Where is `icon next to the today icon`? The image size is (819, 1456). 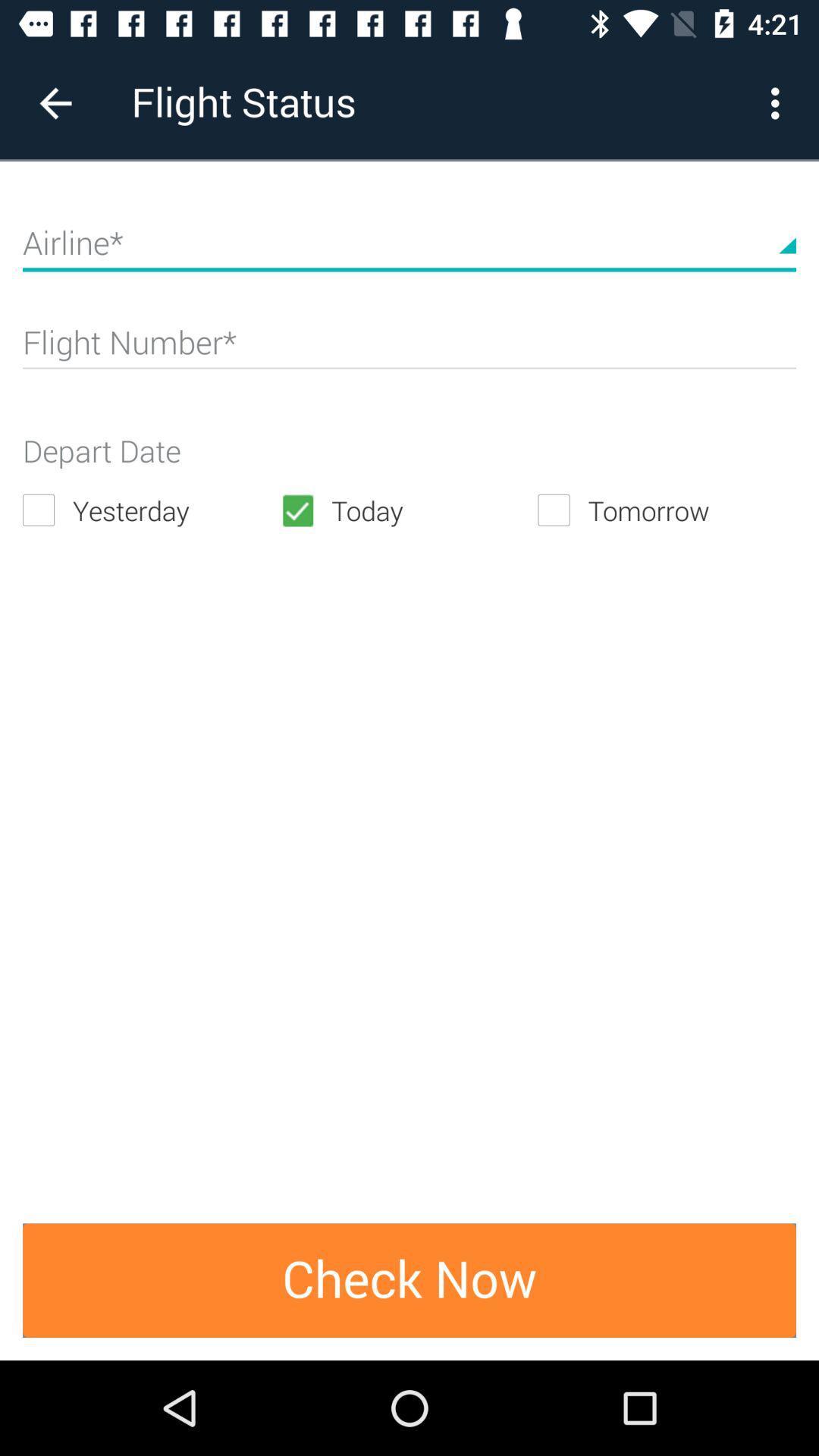 icon next to the today icon is located at coordinates (151, 510).